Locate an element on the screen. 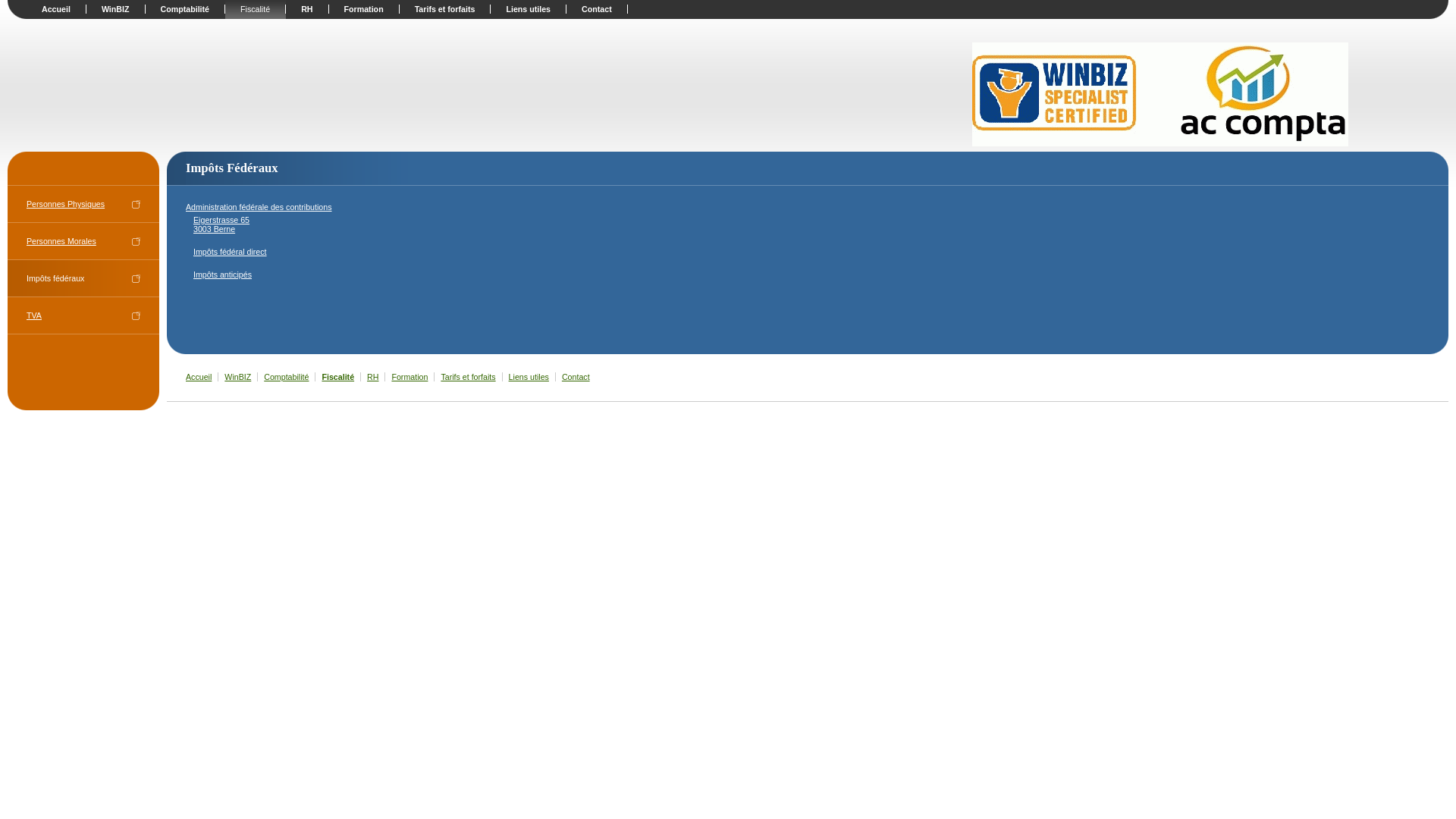  'WinBIZ' is located at coordinates (115, 8).